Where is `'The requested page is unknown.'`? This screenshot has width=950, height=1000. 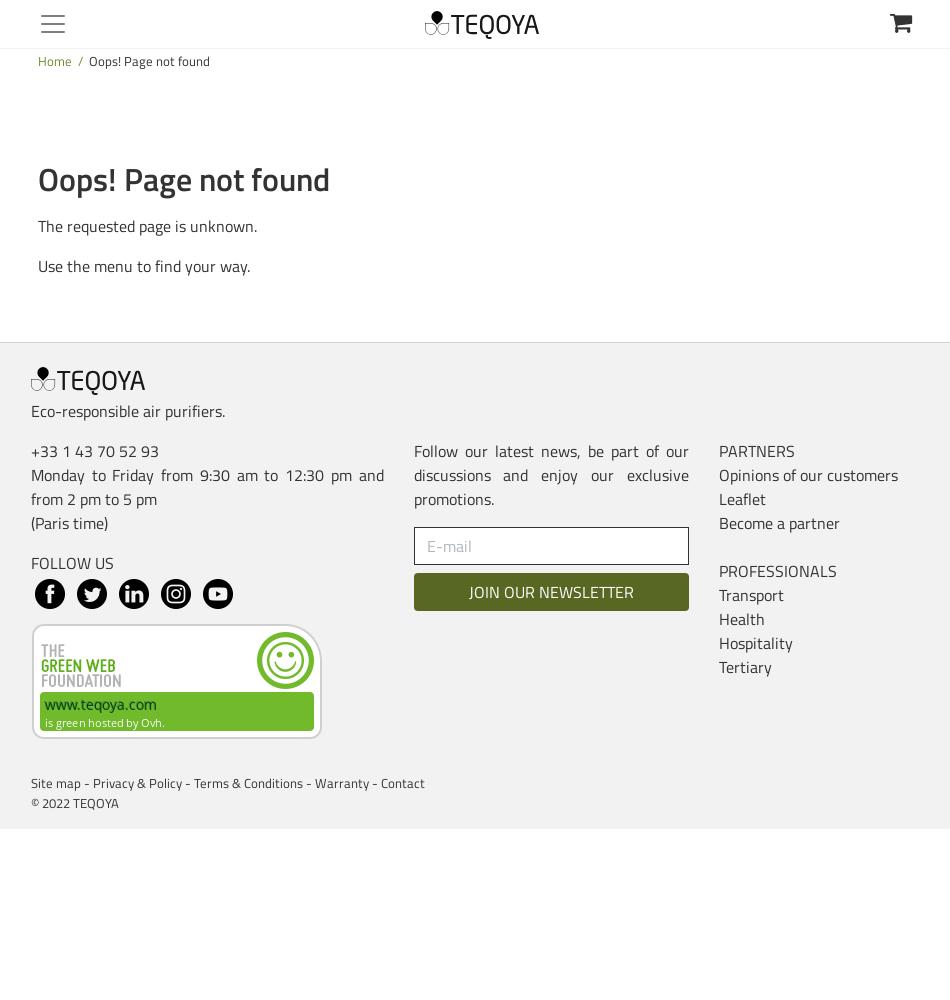
'The requested page is unknown.' is located at coordinates (147, 225).